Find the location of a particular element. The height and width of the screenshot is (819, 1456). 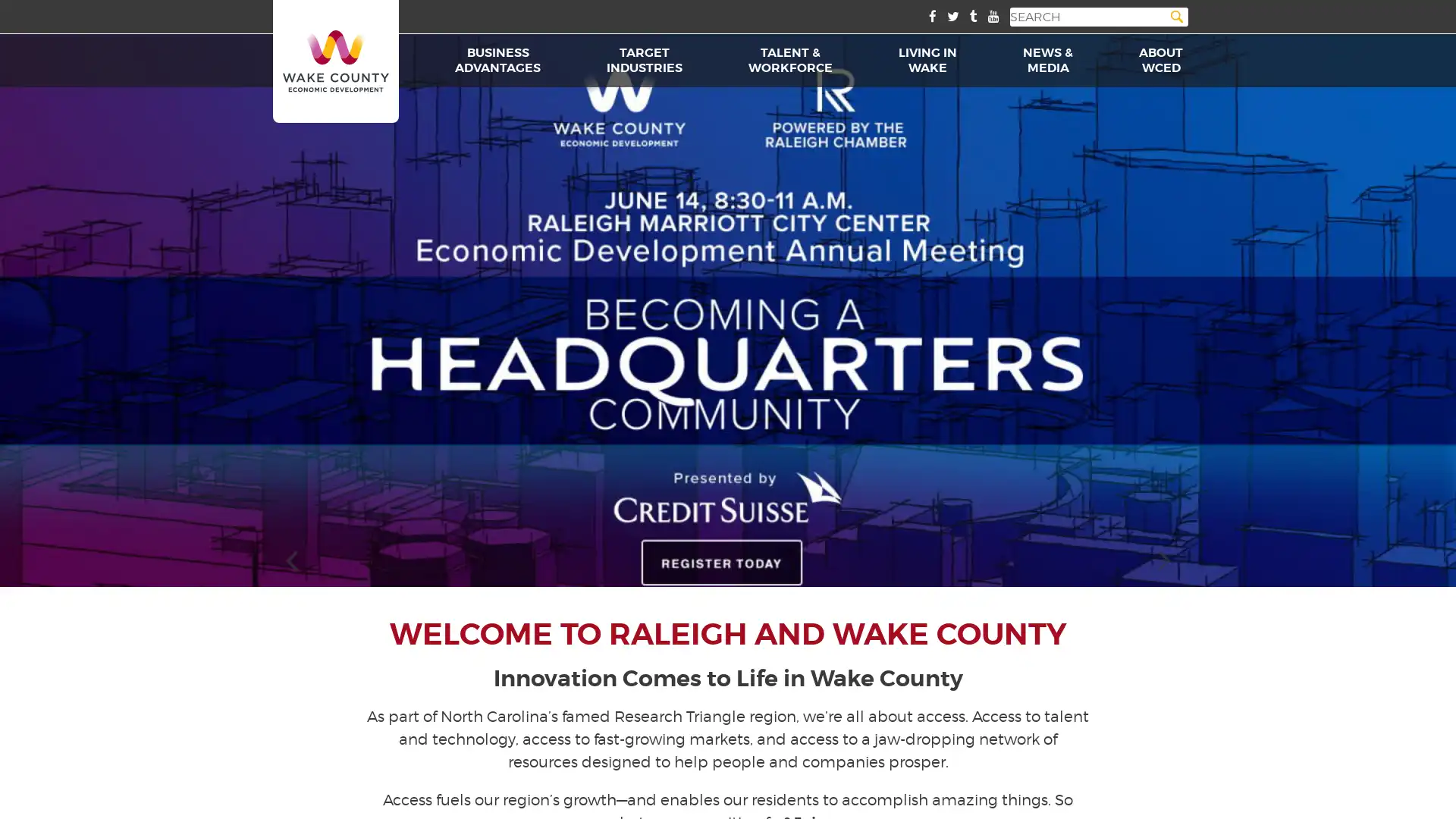

Search is located at coordinates (1175, 17).